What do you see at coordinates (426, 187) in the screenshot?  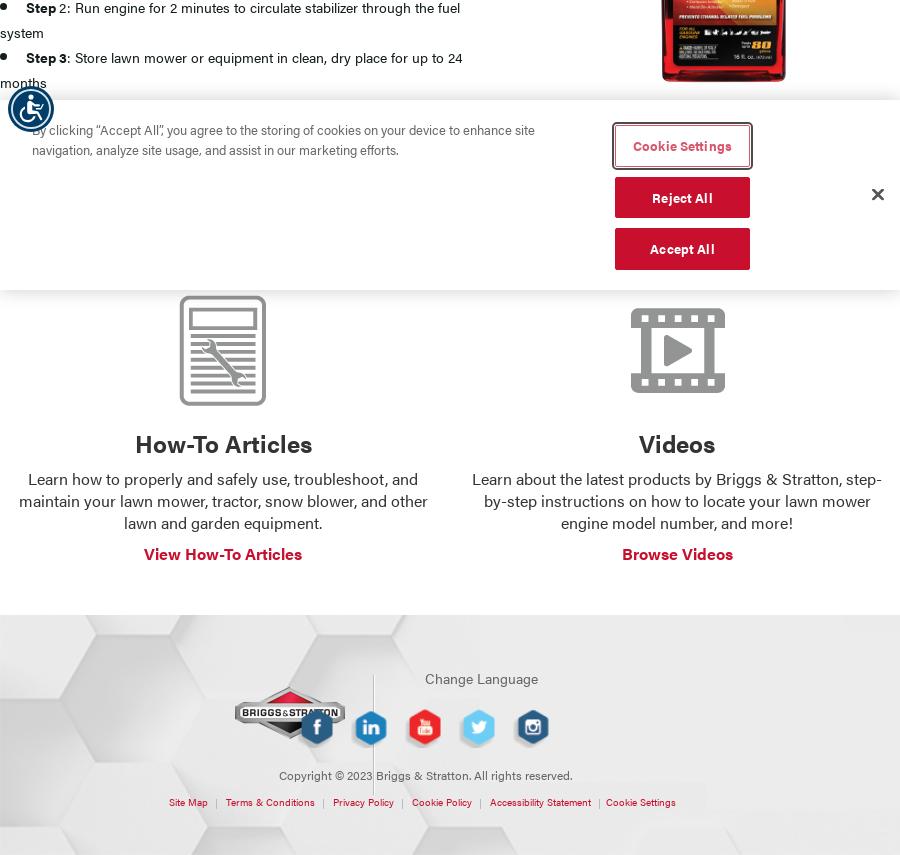 I see `'The use of a fuel stabilizer in the storage container is recommended to maintain freshness. It is also recommended that fuel is purchased in quantities that can be used within 30 days. This will assure fuel freshness and volatility tailored to the season.'` at bounding box center [426, 187].